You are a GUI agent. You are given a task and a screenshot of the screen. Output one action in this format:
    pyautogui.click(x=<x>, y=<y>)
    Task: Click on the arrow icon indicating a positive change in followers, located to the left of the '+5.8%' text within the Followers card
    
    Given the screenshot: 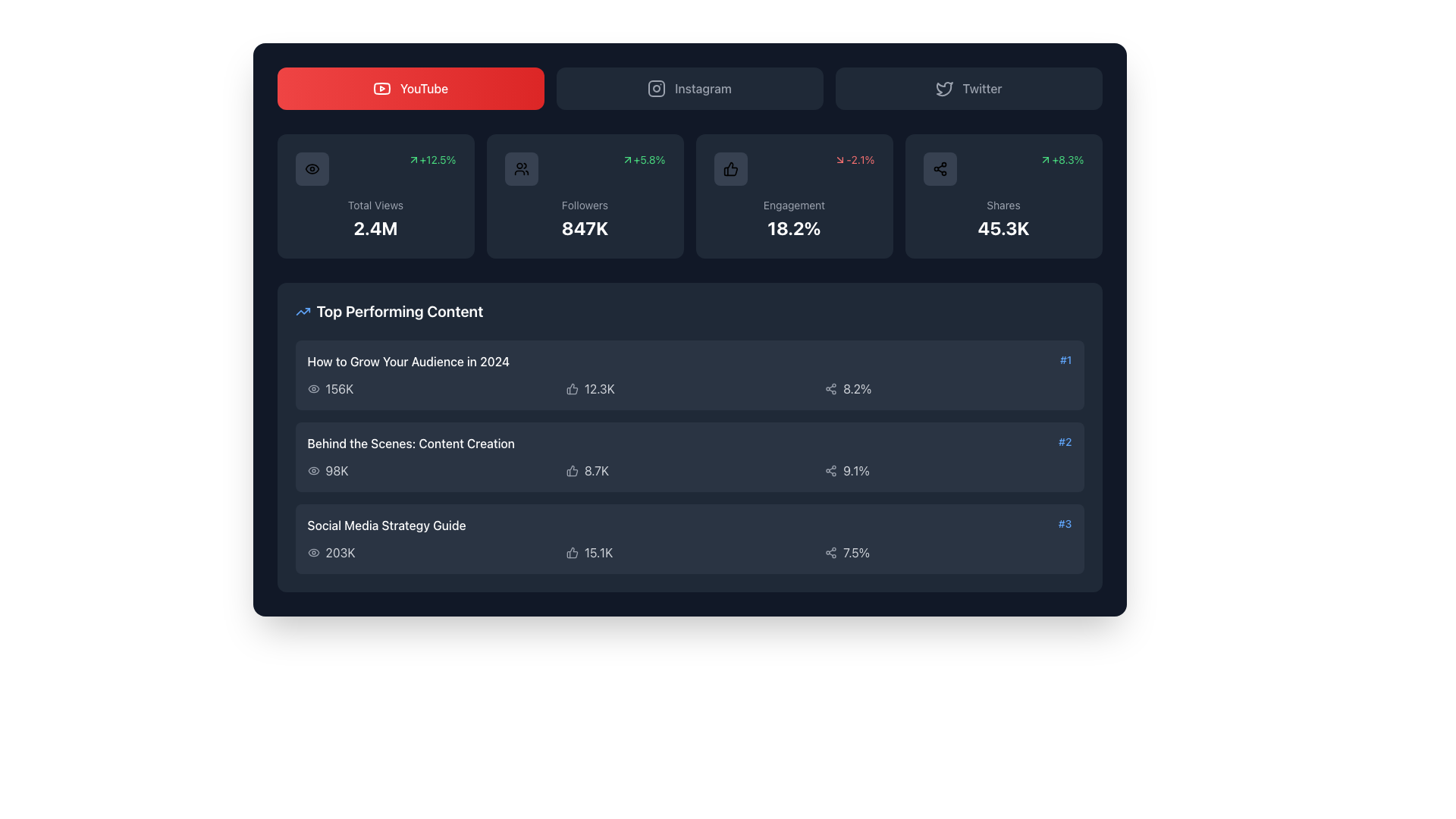 What is the action you would take?
    pyautogui.click(x=627, y=160)
    